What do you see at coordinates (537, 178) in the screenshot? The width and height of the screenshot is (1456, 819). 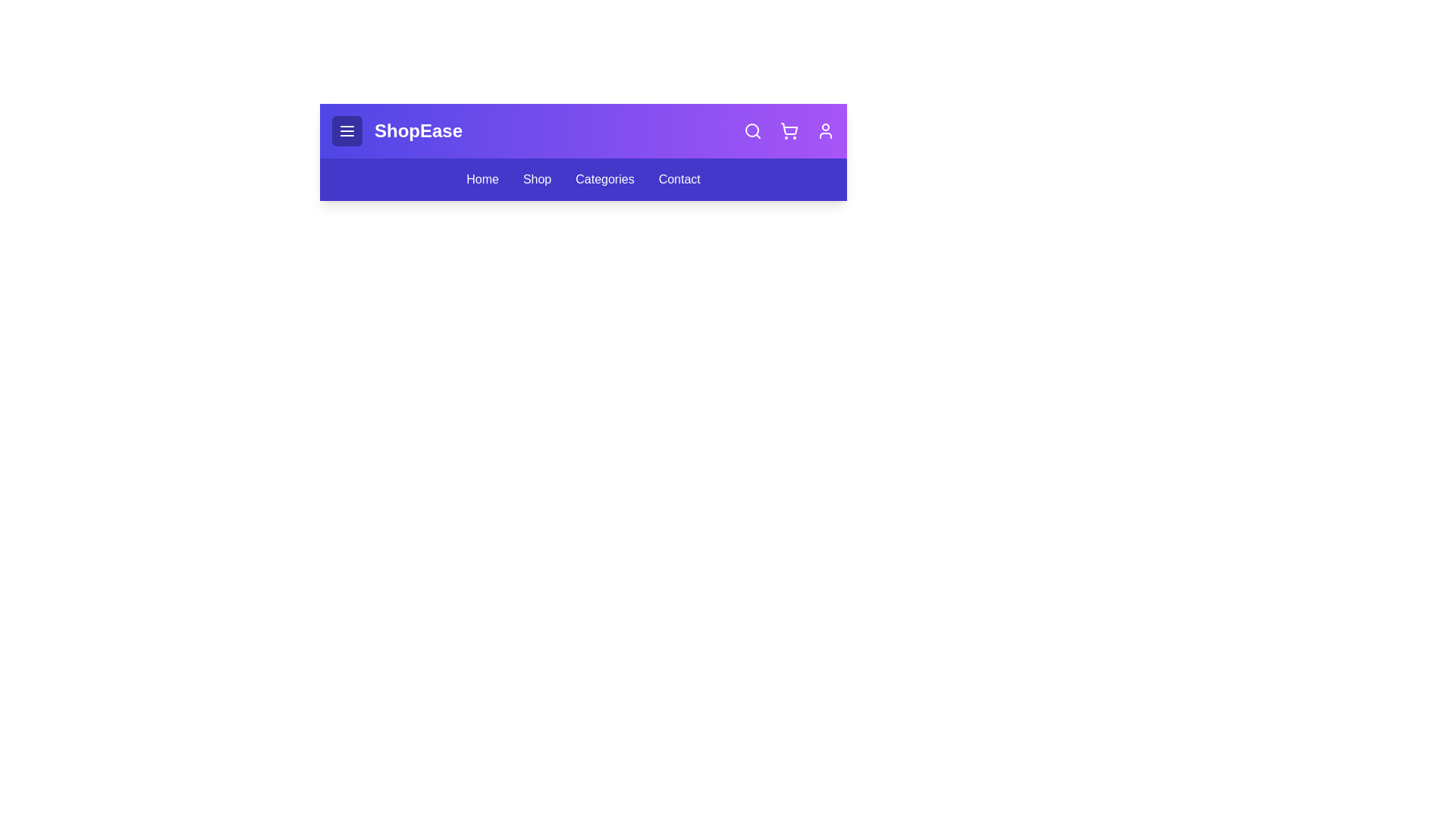 I see `the navigation link Shop` at bounding box center [537, 178].